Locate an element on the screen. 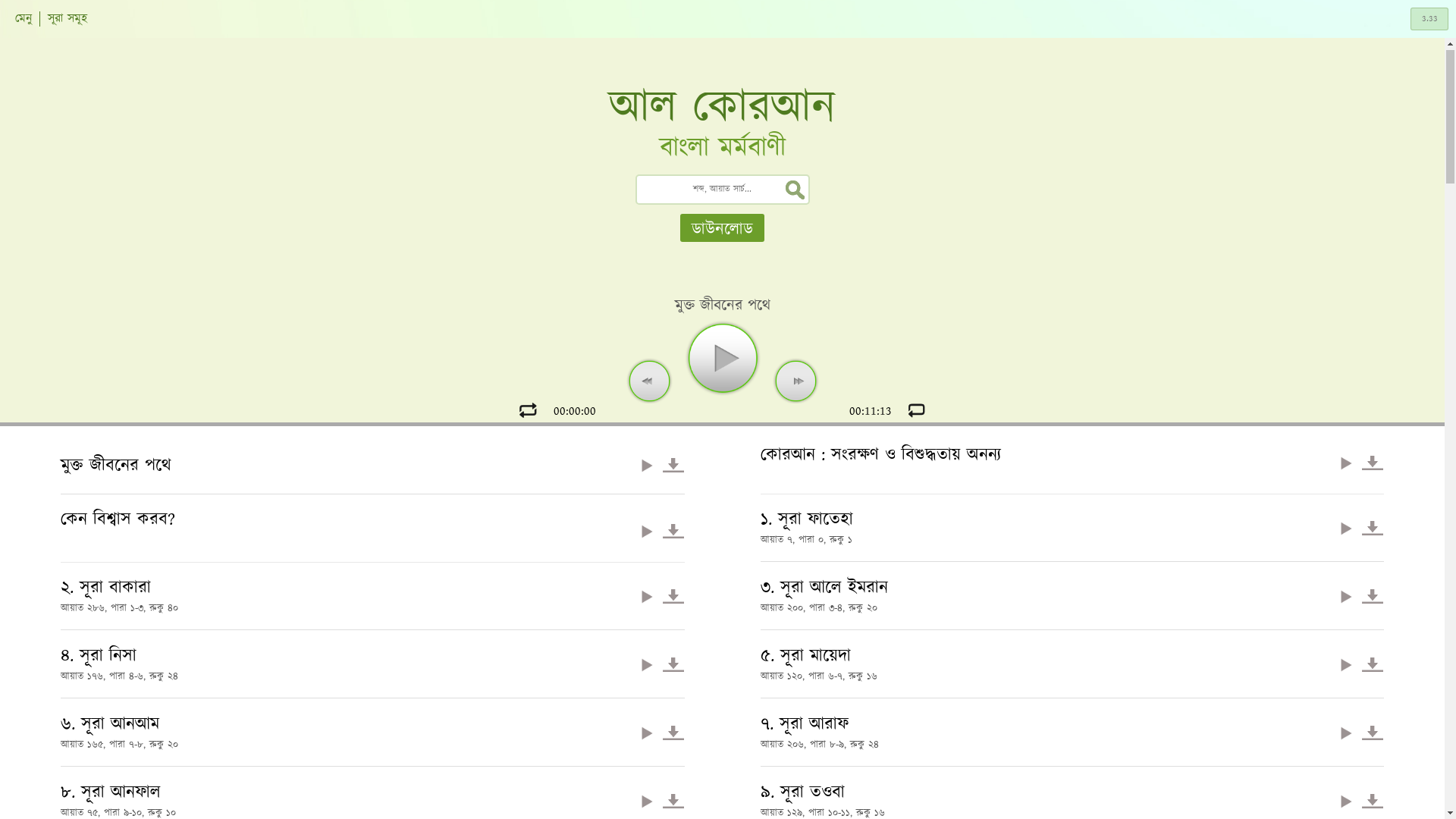  'Download' is located at coordinates (672, 732).